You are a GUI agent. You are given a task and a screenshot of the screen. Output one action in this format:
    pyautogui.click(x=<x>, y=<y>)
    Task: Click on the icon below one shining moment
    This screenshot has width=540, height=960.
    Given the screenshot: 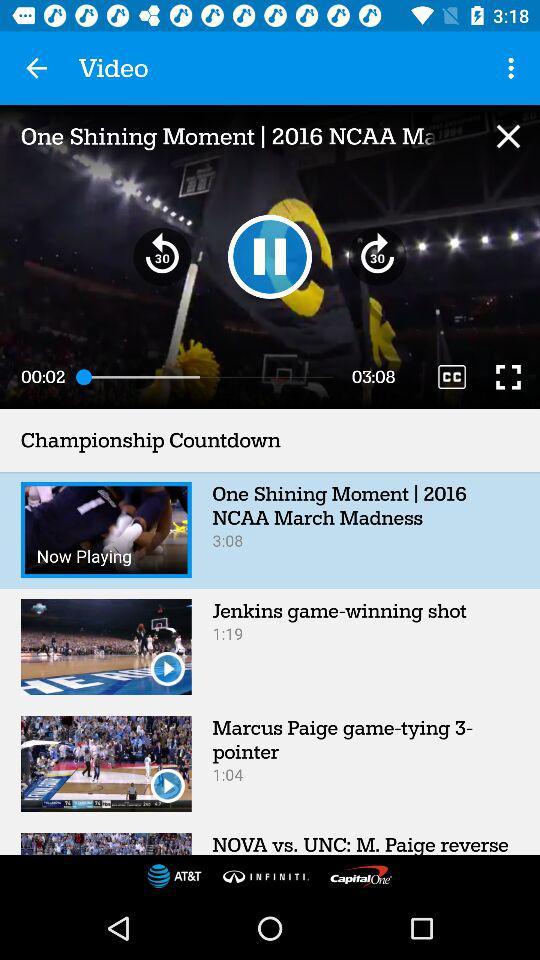 What is the action you would take?
    pyautogui.click(x=270, y=255)
    